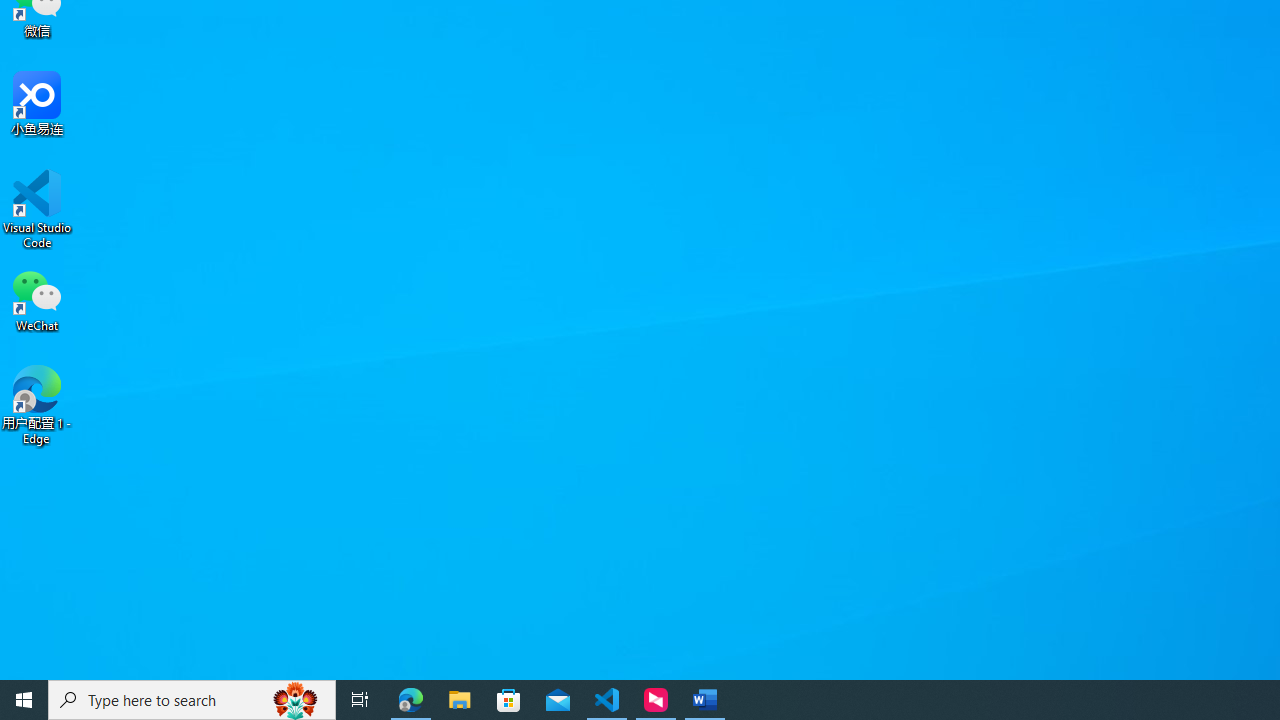 The height and width of the screenshot is (720, 1280). I want to click on 'Word - 1 running window', so click(705, 698).